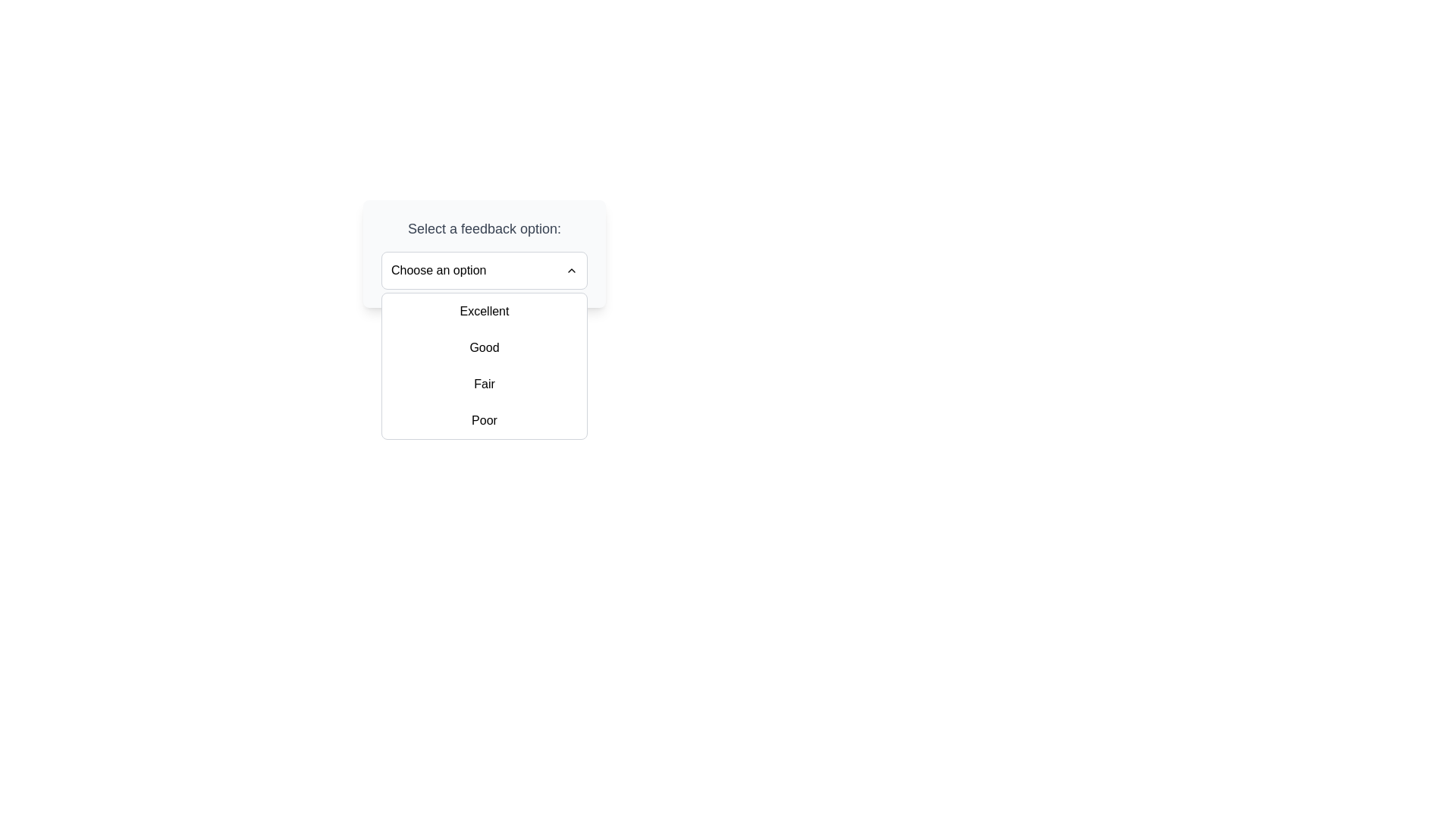 This screenshot has width=1456, height=819. What do you see at coordinates (483, 311) in the screenshot?
I see `to select the first item in the vertical list of options labeled 'Excellent' within the dropdown menu titled 'Select a feedback option'` at bounding box center [483, 311].